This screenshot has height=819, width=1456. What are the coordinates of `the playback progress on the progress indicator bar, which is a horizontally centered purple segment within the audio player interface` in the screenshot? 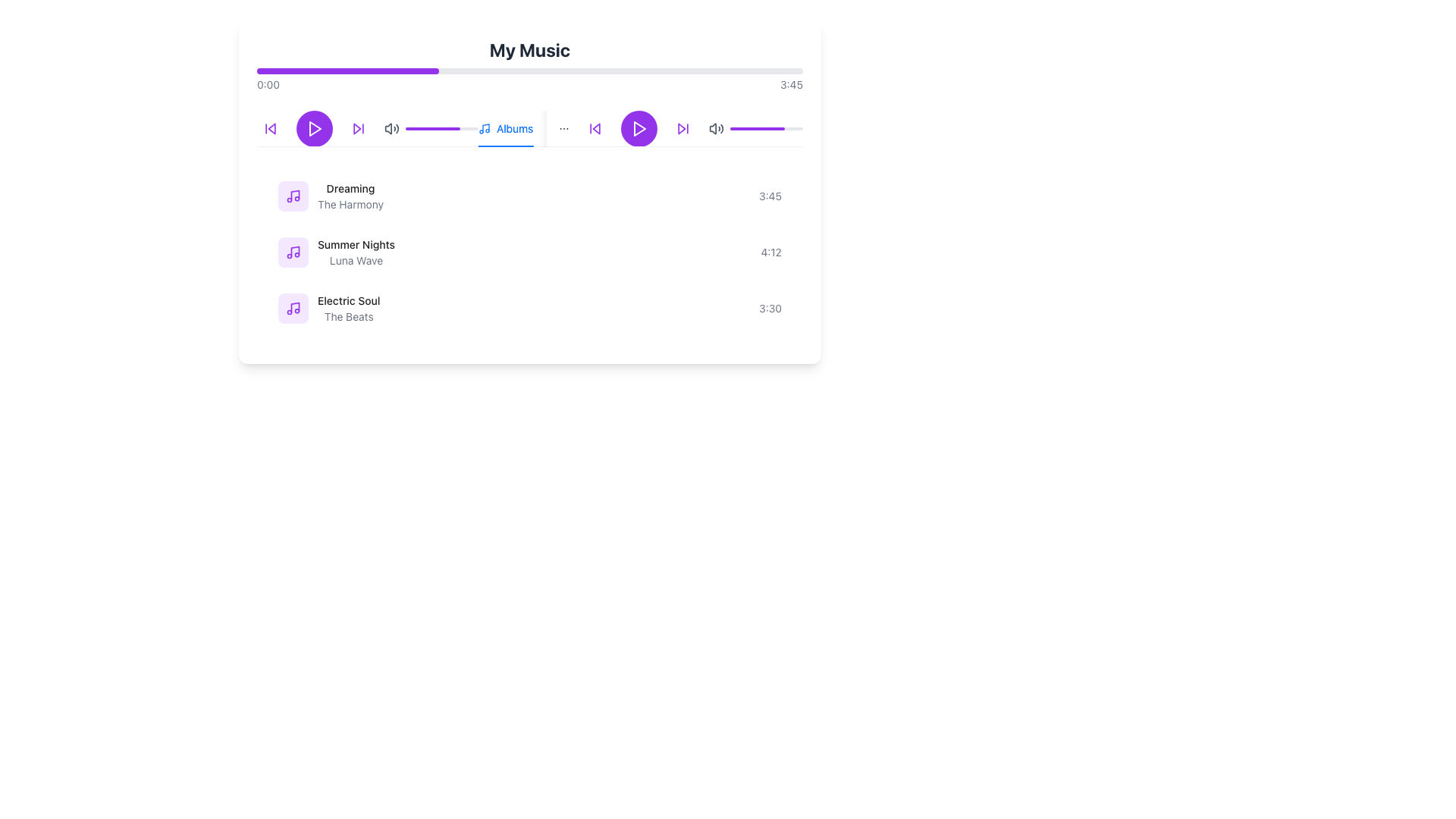 It's located at (347, 71).